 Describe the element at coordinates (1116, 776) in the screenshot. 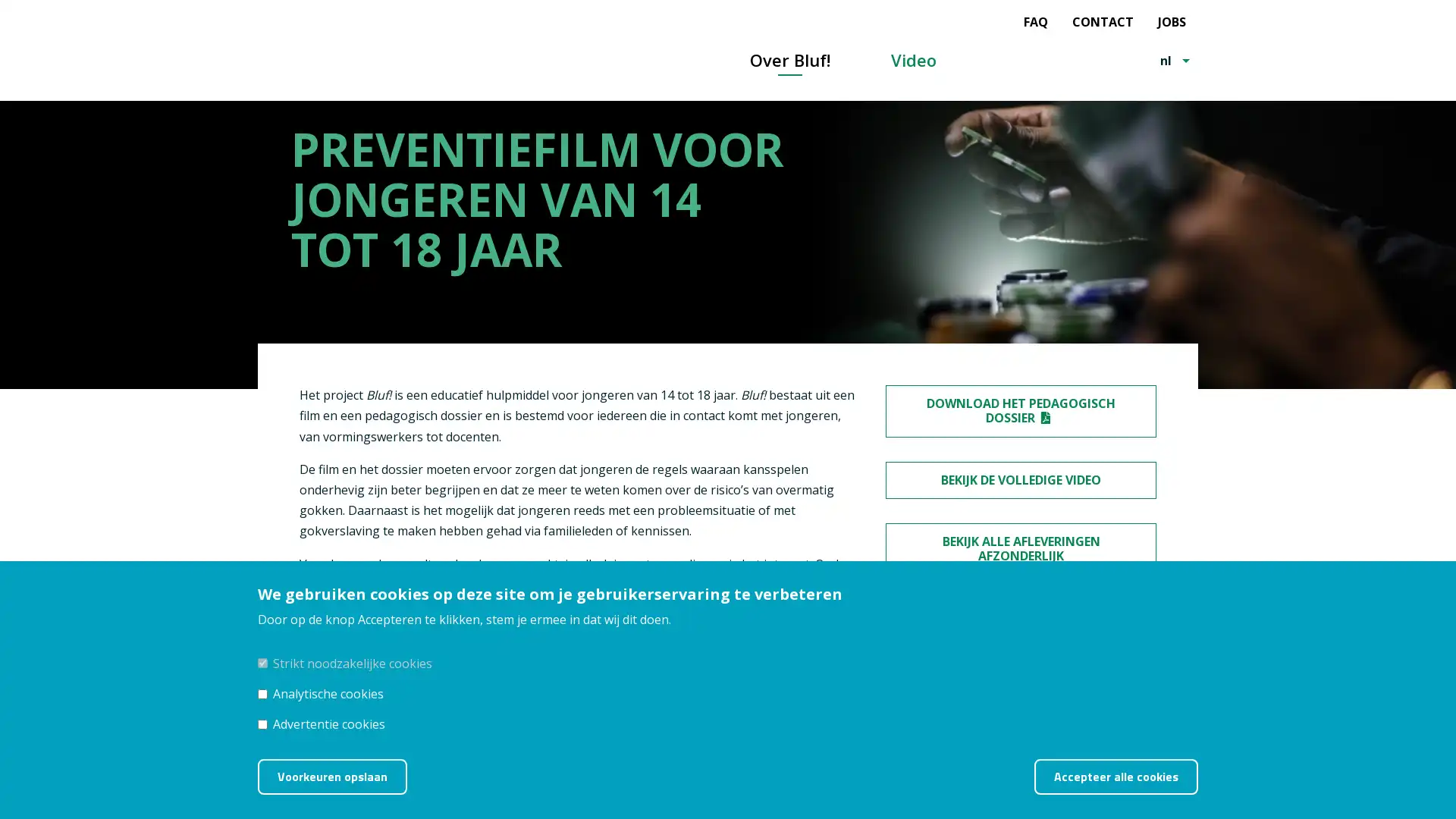

I see `Accepteer alle cookies` at that location.